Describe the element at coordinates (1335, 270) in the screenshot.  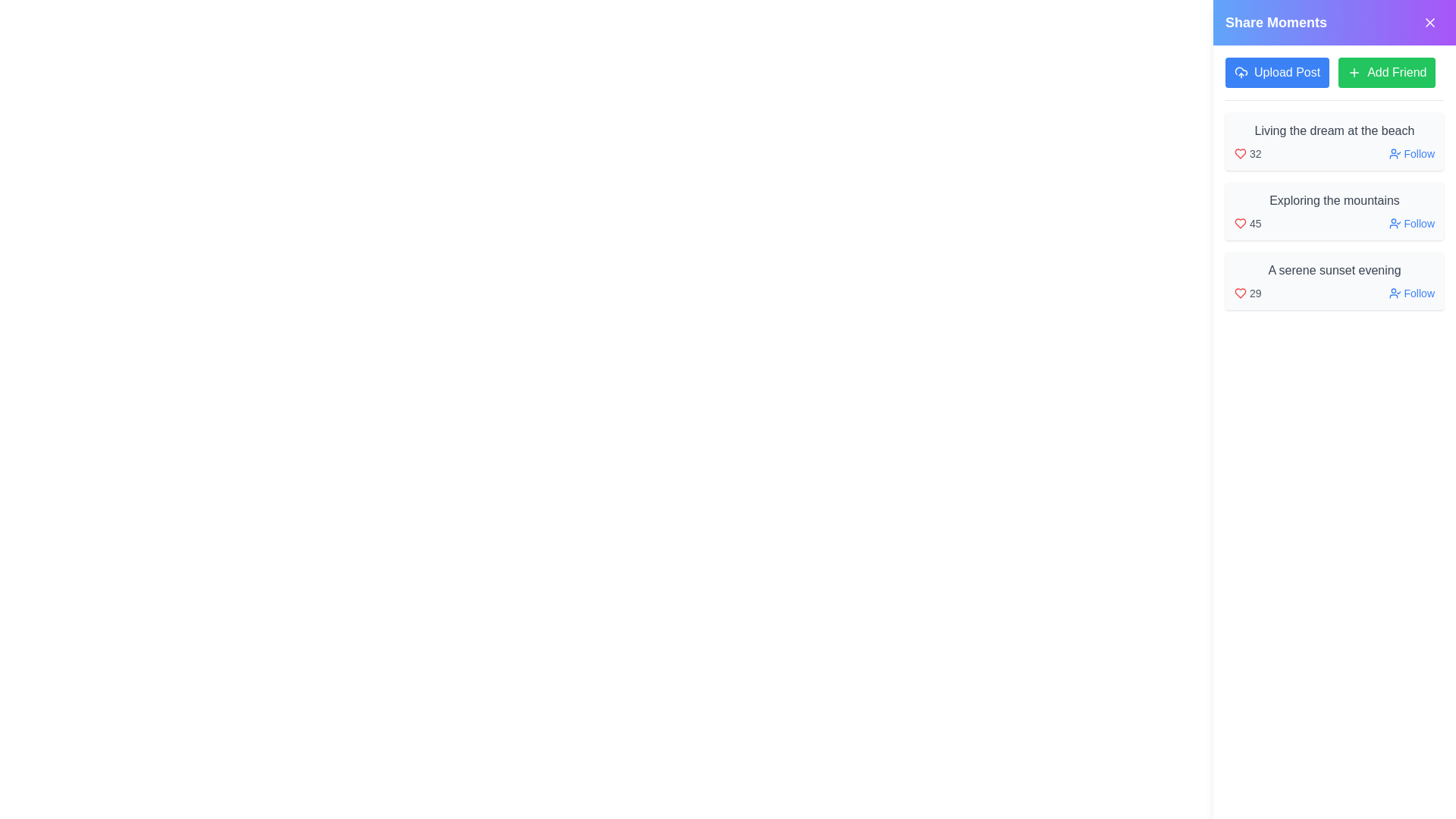
I see `the text element displaying 'A serene sunset evening' in medium-dark gray color, located at the top of the vertically aligned card` at that location.